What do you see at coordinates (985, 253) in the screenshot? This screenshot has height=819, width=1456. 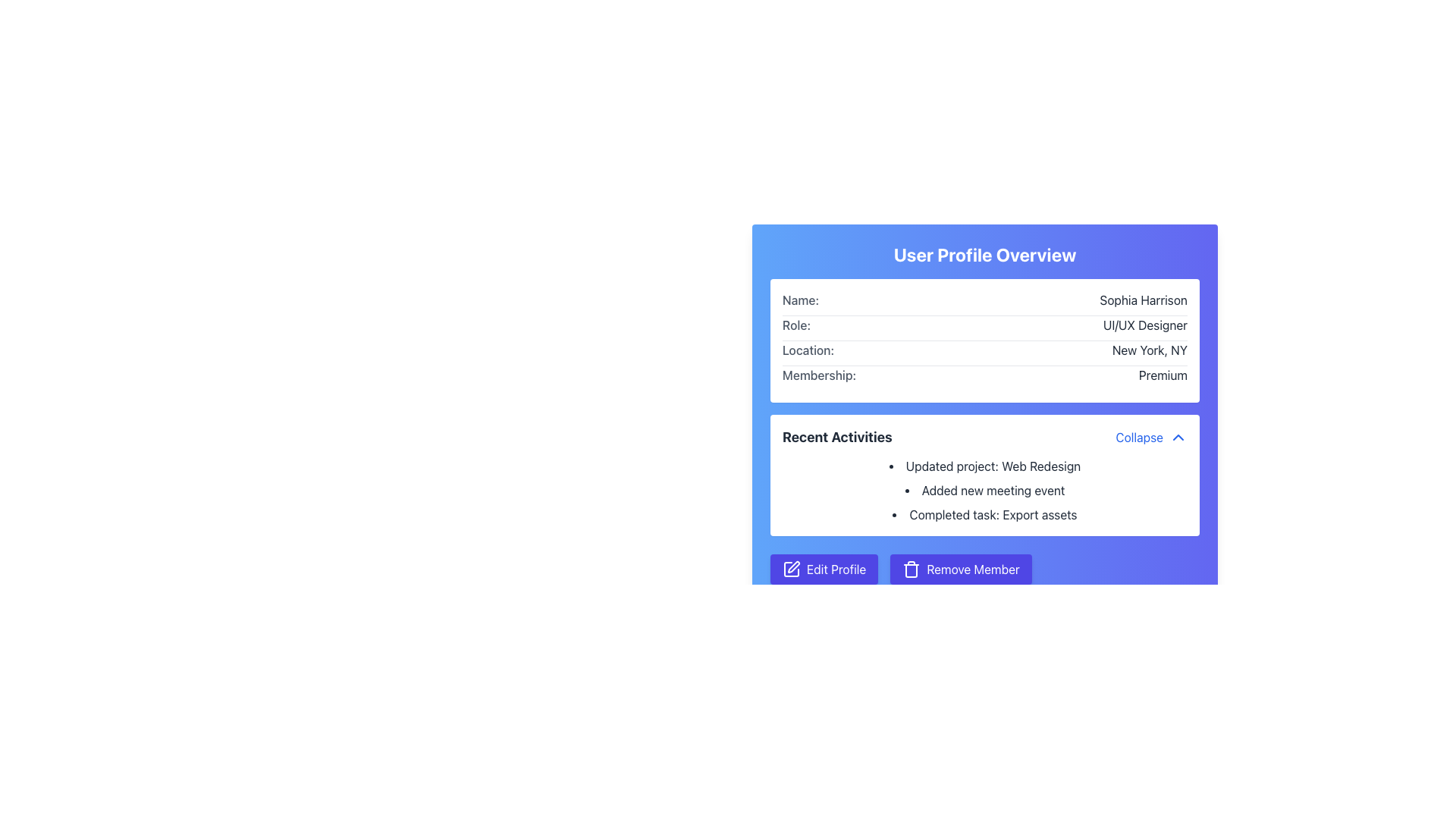 I see `the centered text header displaying 'User Profile Overview', which is positioned at the top of the profile card` at bounding box center [985, 253].